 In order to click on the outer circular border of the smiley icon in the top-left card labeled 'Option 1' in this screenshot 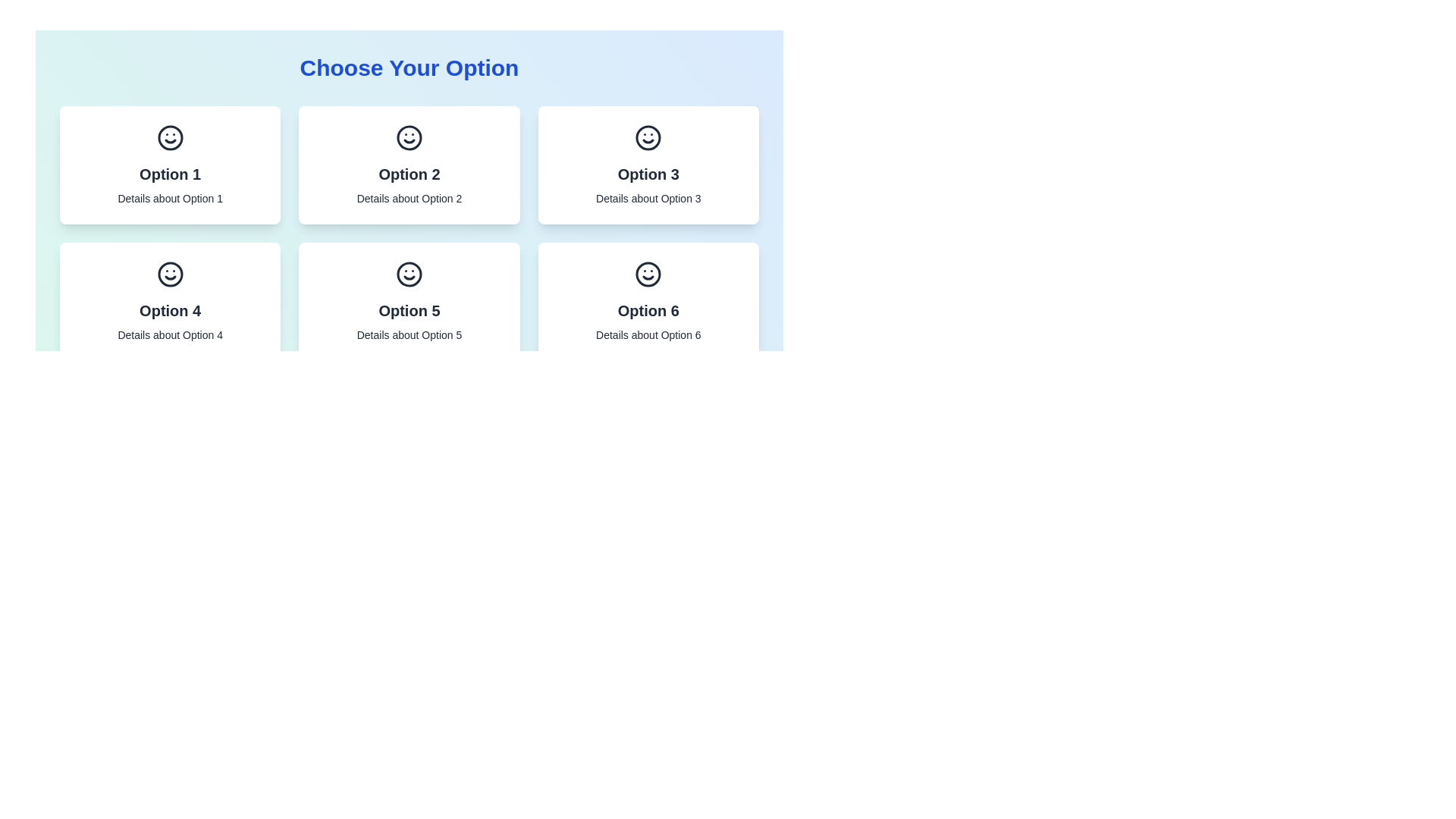, I will do `click(170, 137)`.